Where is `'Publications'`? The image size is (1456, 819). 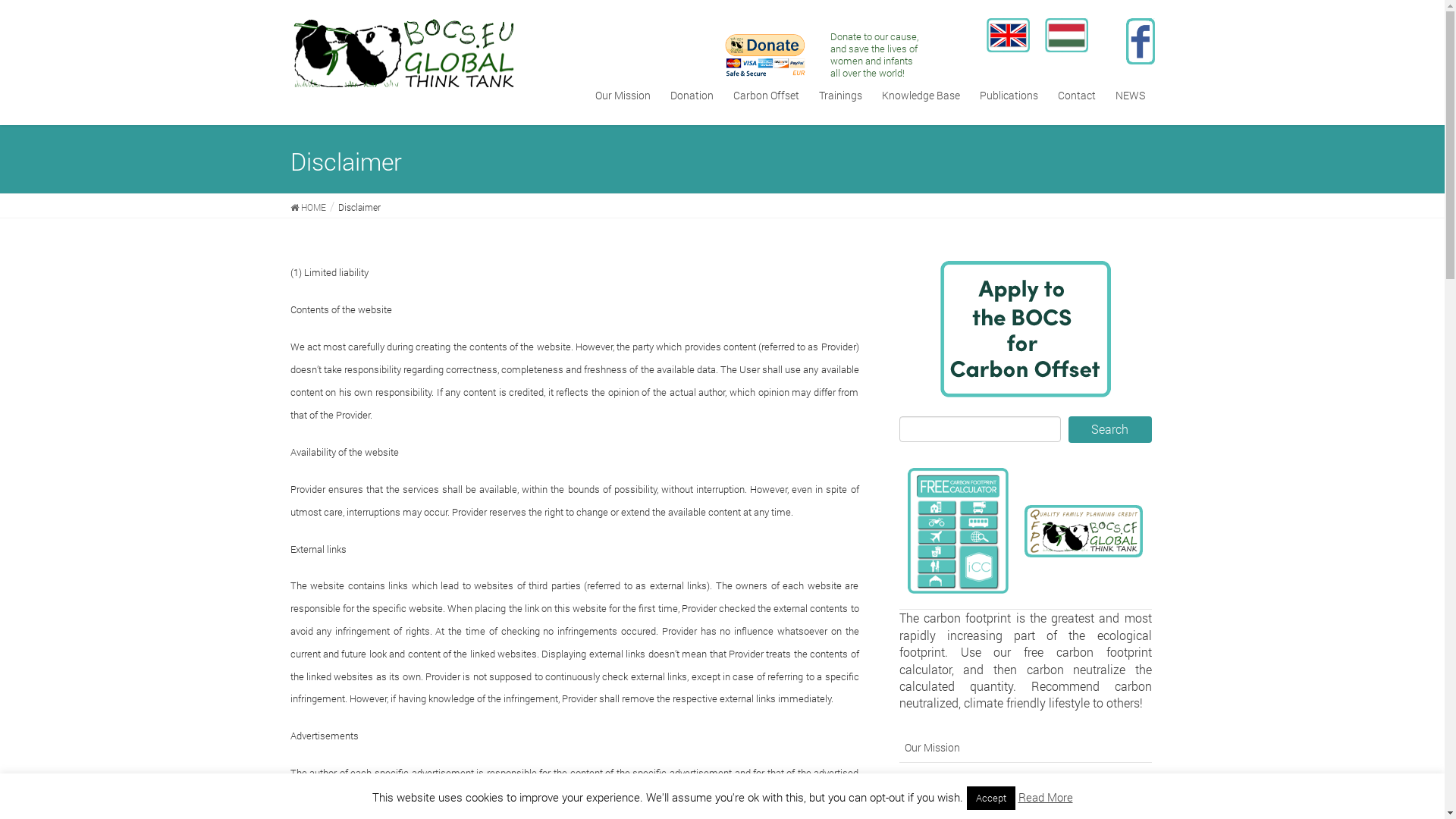 'Publications' is located at coordinates (1008, 95).